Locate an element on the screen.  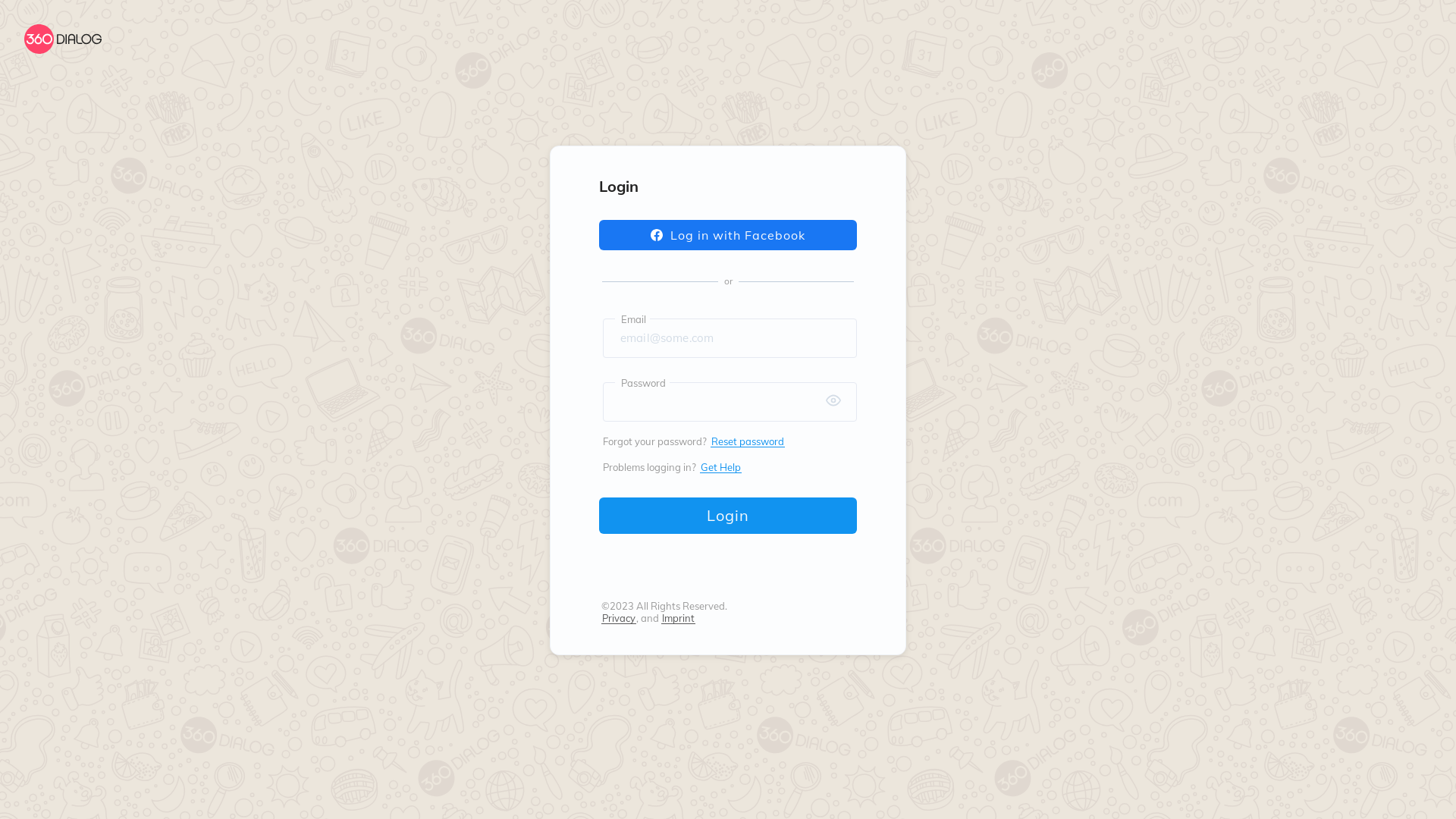
'Imprint' is located at coordinates (677, 617).